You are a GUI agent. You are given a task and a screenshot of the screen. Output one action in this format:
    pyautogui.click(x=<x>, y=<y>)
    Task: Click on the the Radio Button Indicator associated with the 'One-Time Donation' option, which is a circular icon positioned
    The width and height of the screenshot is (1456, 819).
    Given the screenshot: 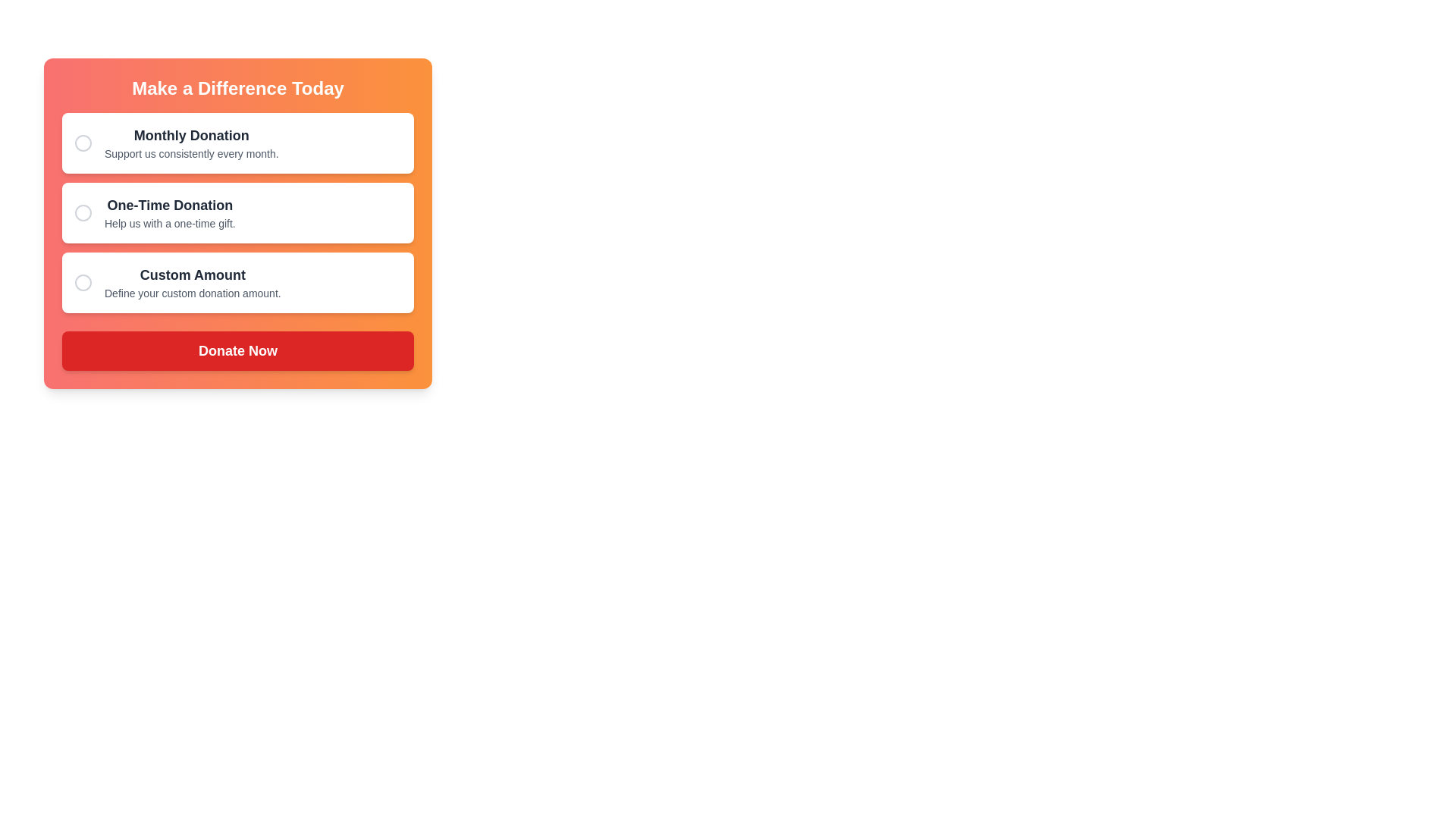 What is the action you would take?
    pyautogui.click(x=83, y=213)
    